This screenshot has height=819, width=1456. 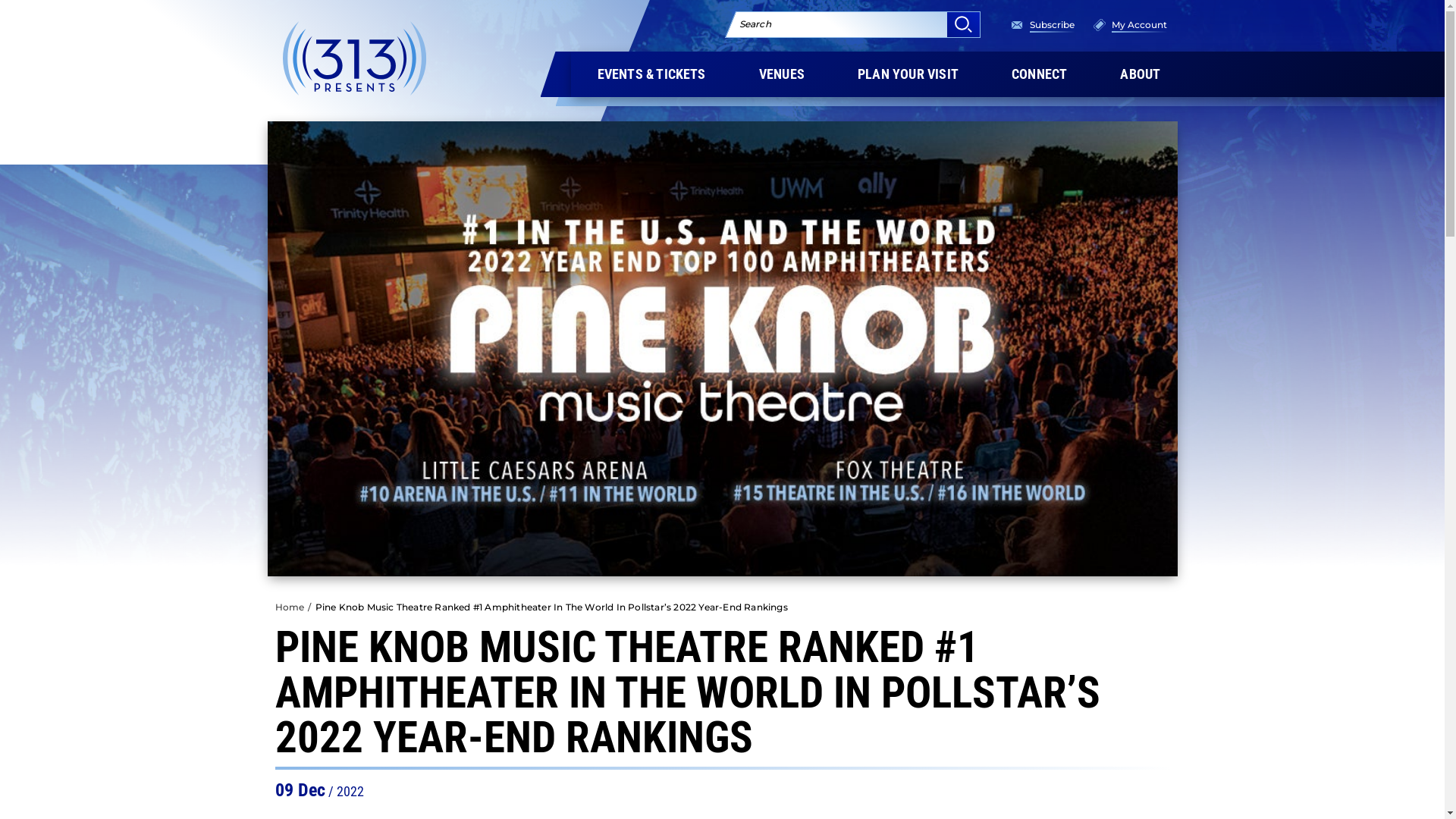 I want to click on 'My Account', so click(x=1111, y=24).